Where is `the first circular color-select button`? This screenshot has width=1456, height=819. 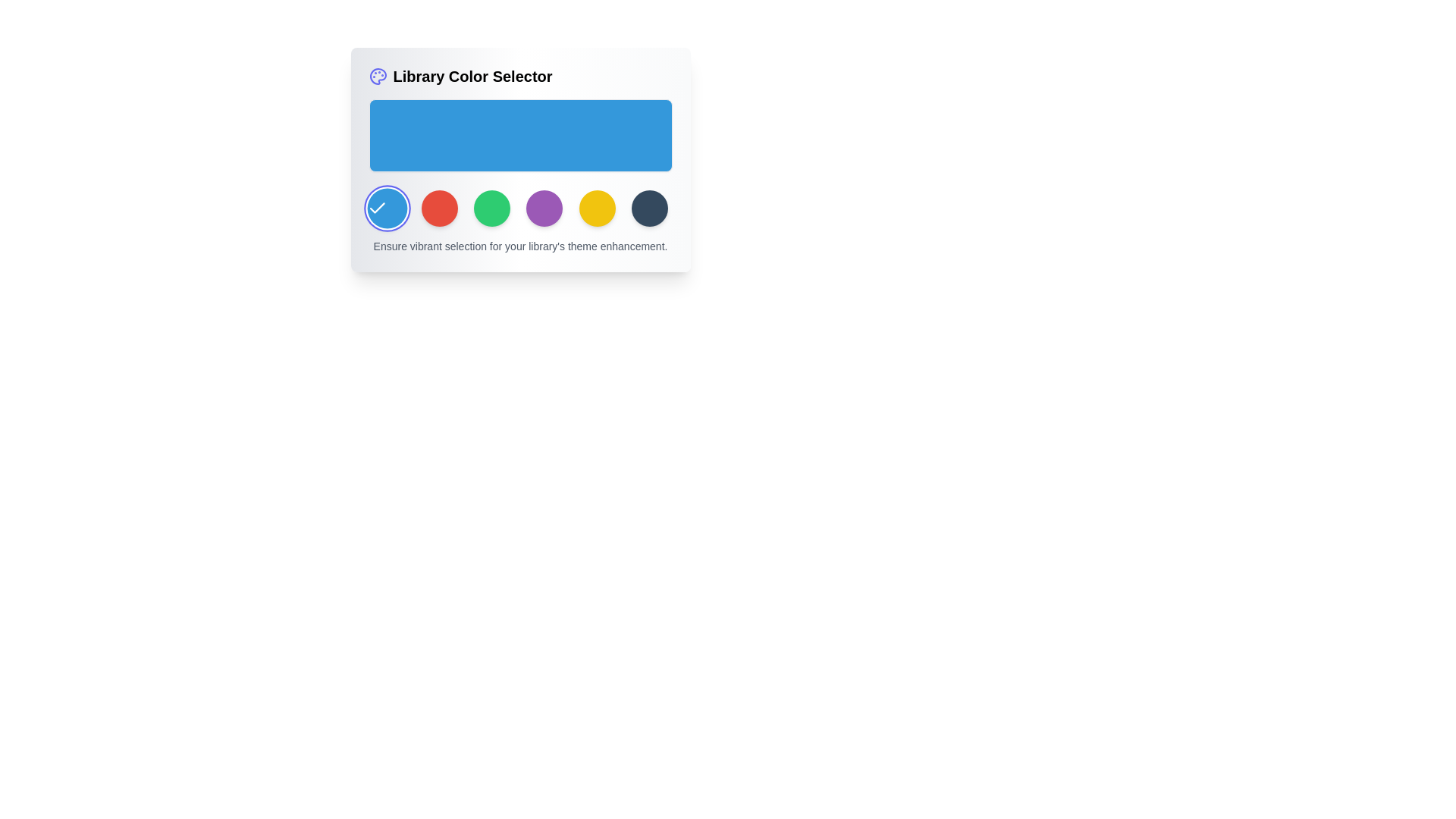
the first circular color-select button is located at coordinates (377, 207).